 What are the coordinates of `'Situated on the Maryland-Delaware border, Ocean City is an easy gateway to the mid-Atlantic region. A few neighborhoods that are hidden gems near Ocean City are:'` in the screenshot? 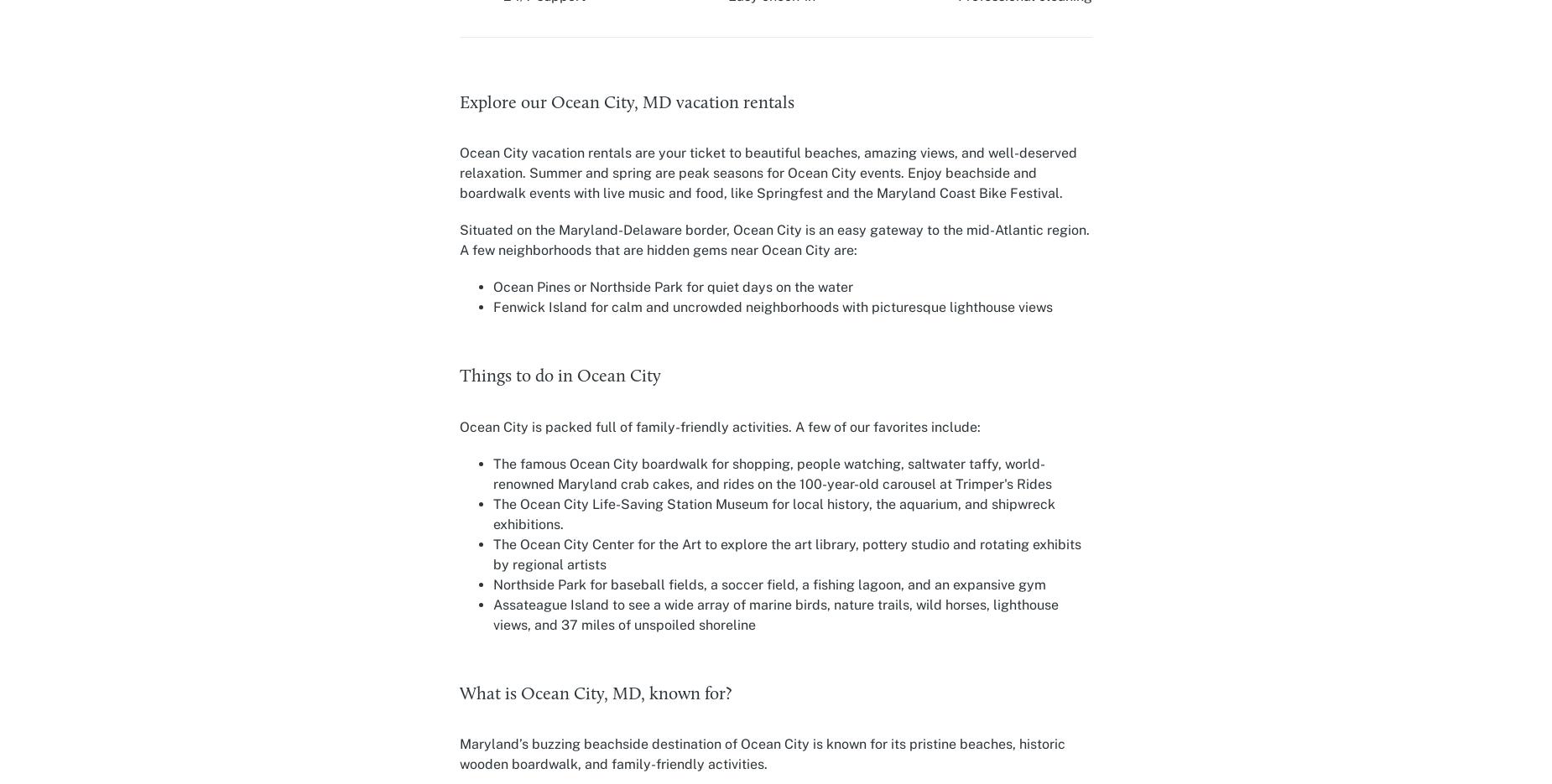 It's located at (459, 239).